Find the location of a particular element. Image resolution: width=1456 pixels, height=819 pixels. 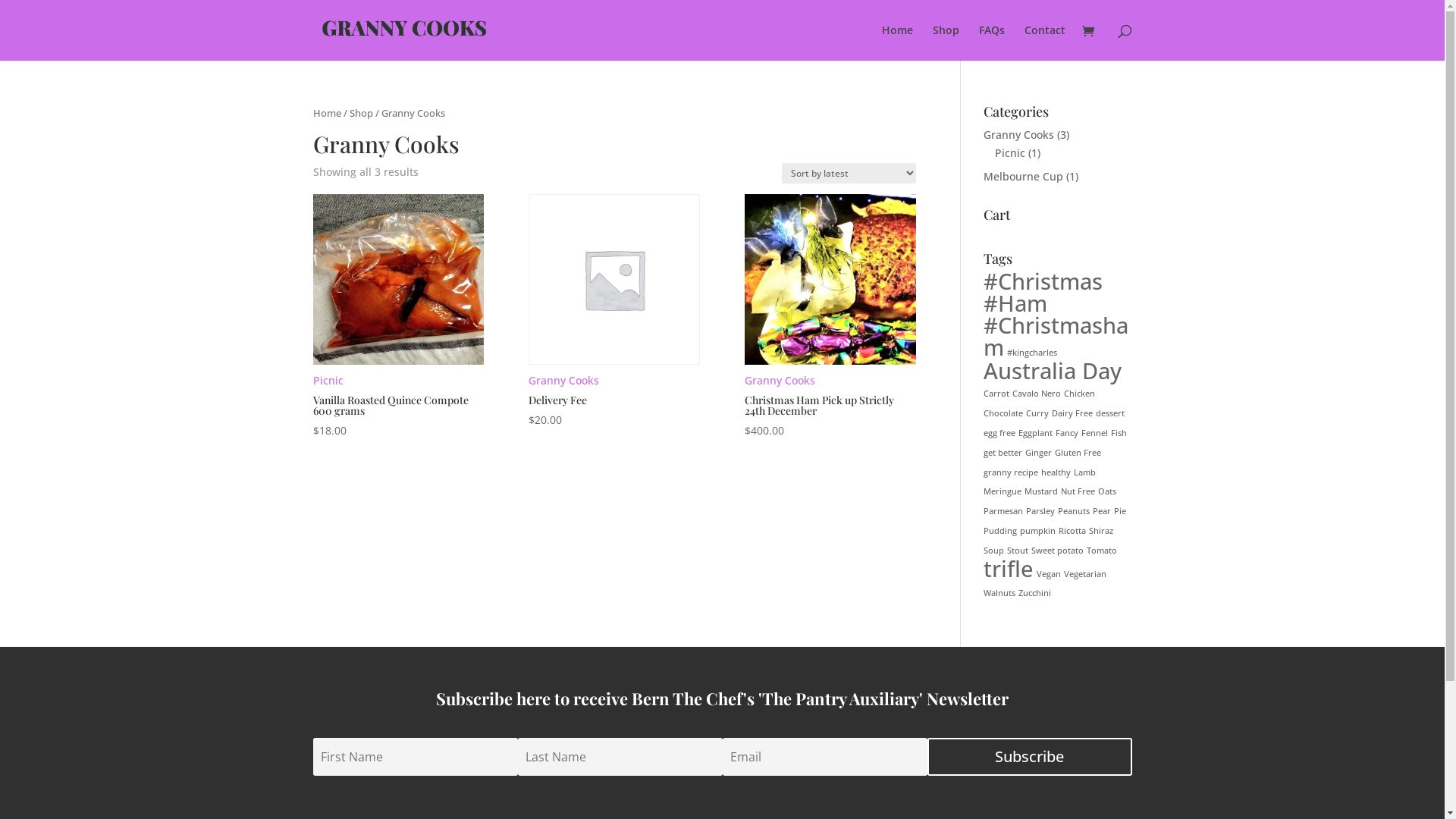

'Curry' is located at coordinates (1037, 413).